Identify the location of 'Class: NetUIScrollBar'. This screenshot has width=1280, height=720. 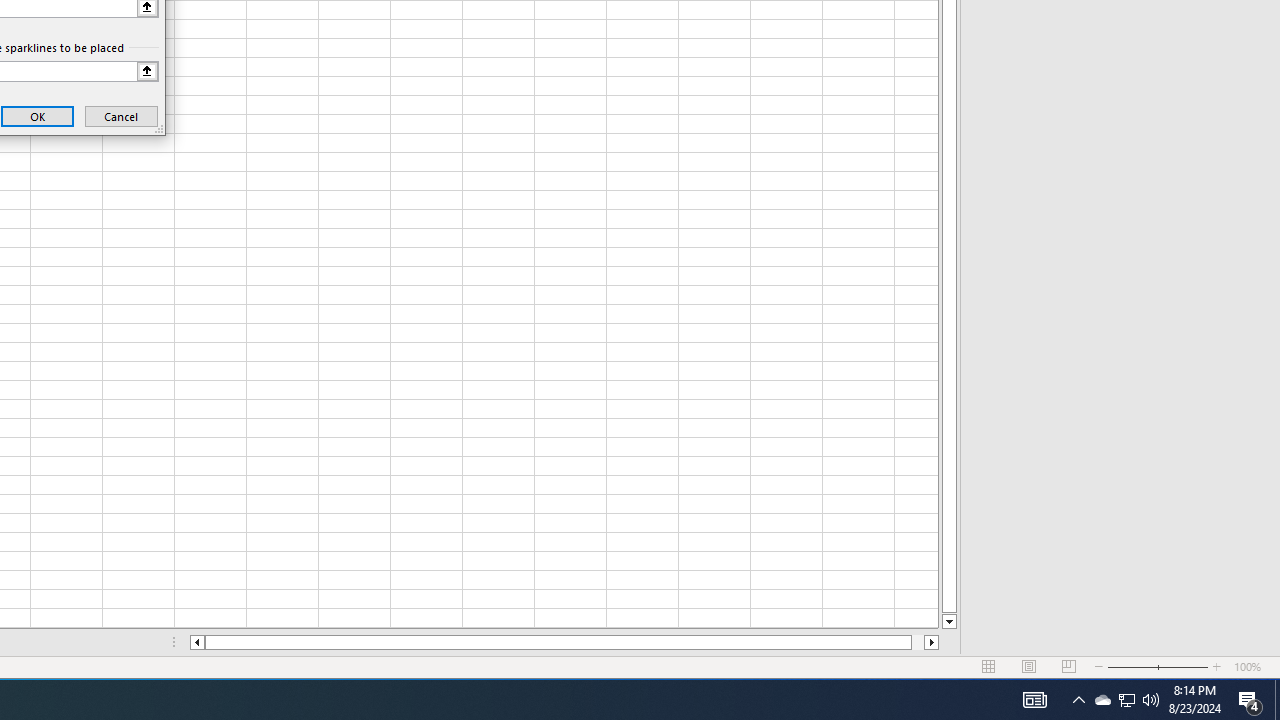
(563, 642).